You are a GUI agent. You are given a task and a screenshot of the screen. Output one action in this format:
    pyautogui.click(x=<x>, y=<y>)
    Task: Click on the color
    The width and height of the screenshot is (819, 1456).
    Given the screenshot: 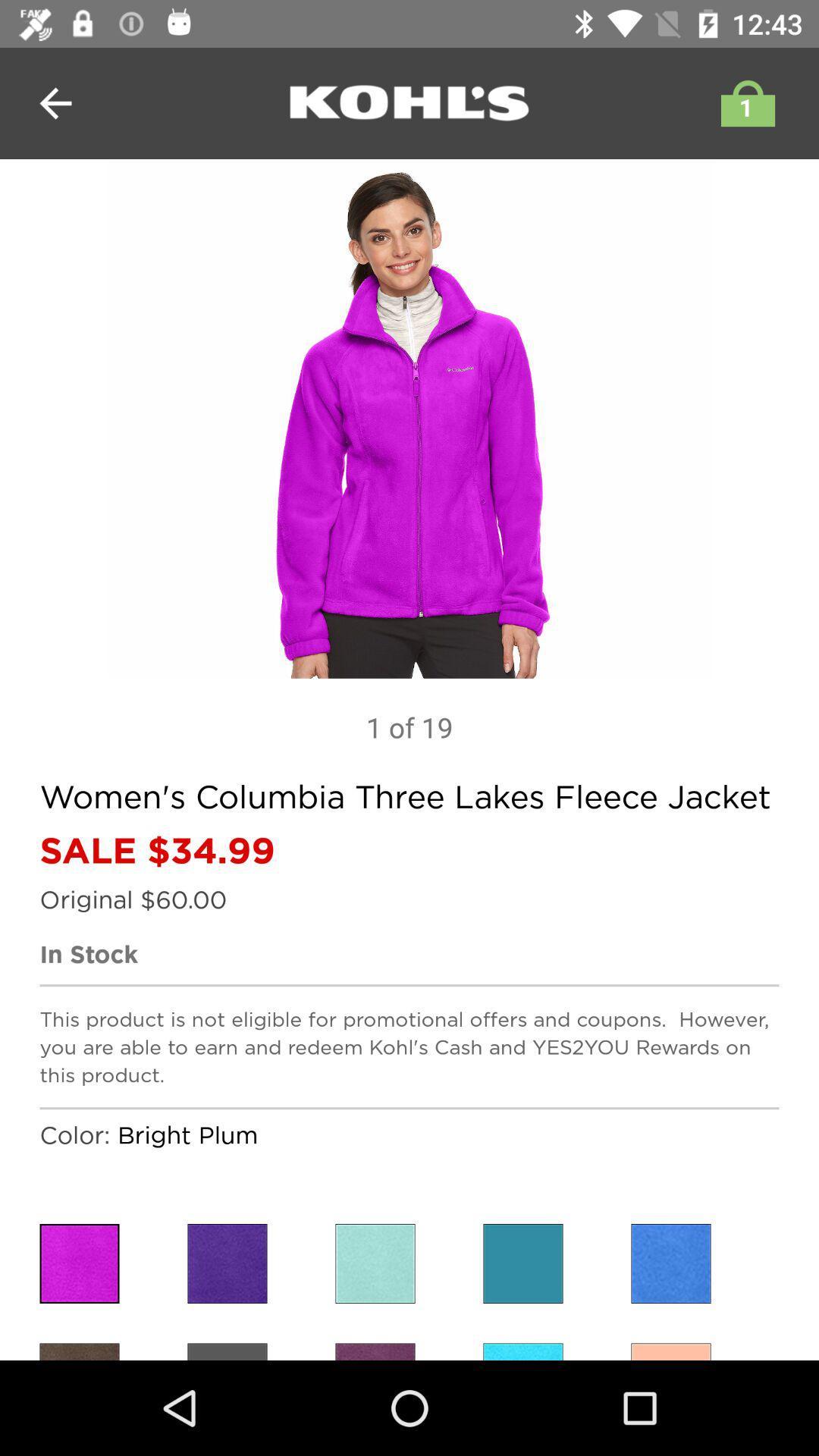 What is the action you would take?
    pyautogui.click(x=375, y=1263)
    